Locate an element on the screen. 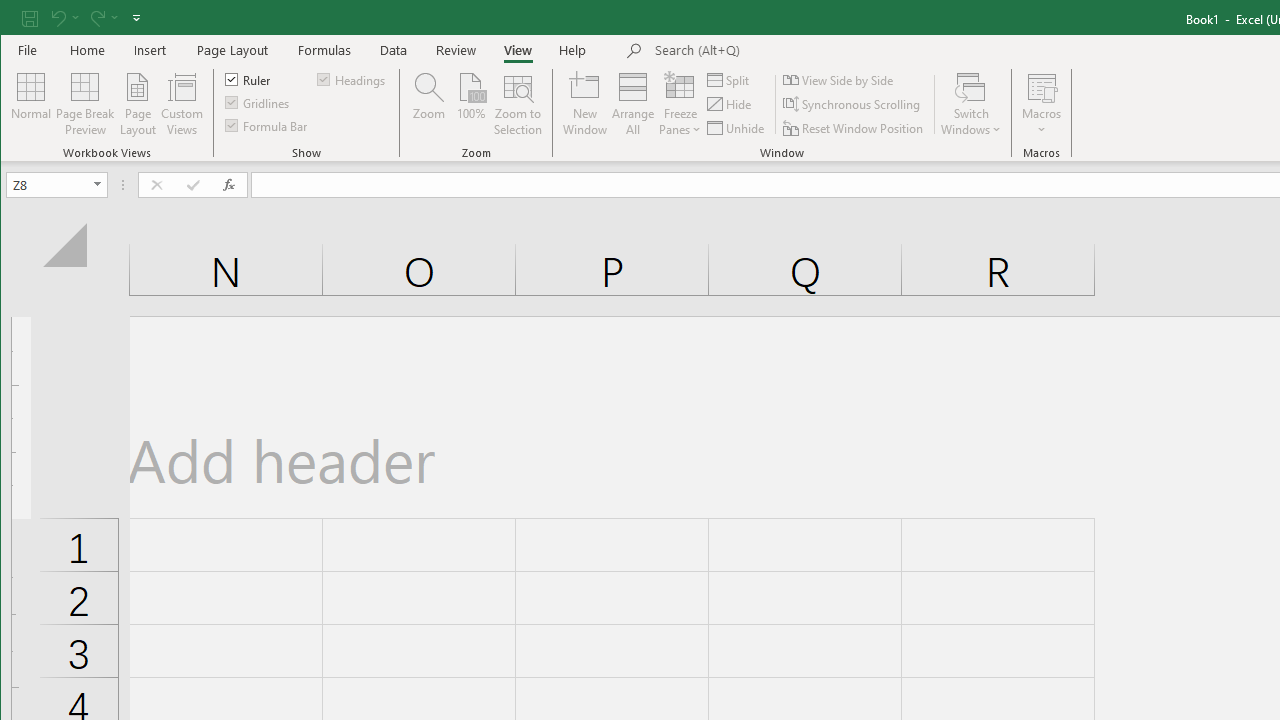  'Freeze Panes' is located at coordinates (680, 104).